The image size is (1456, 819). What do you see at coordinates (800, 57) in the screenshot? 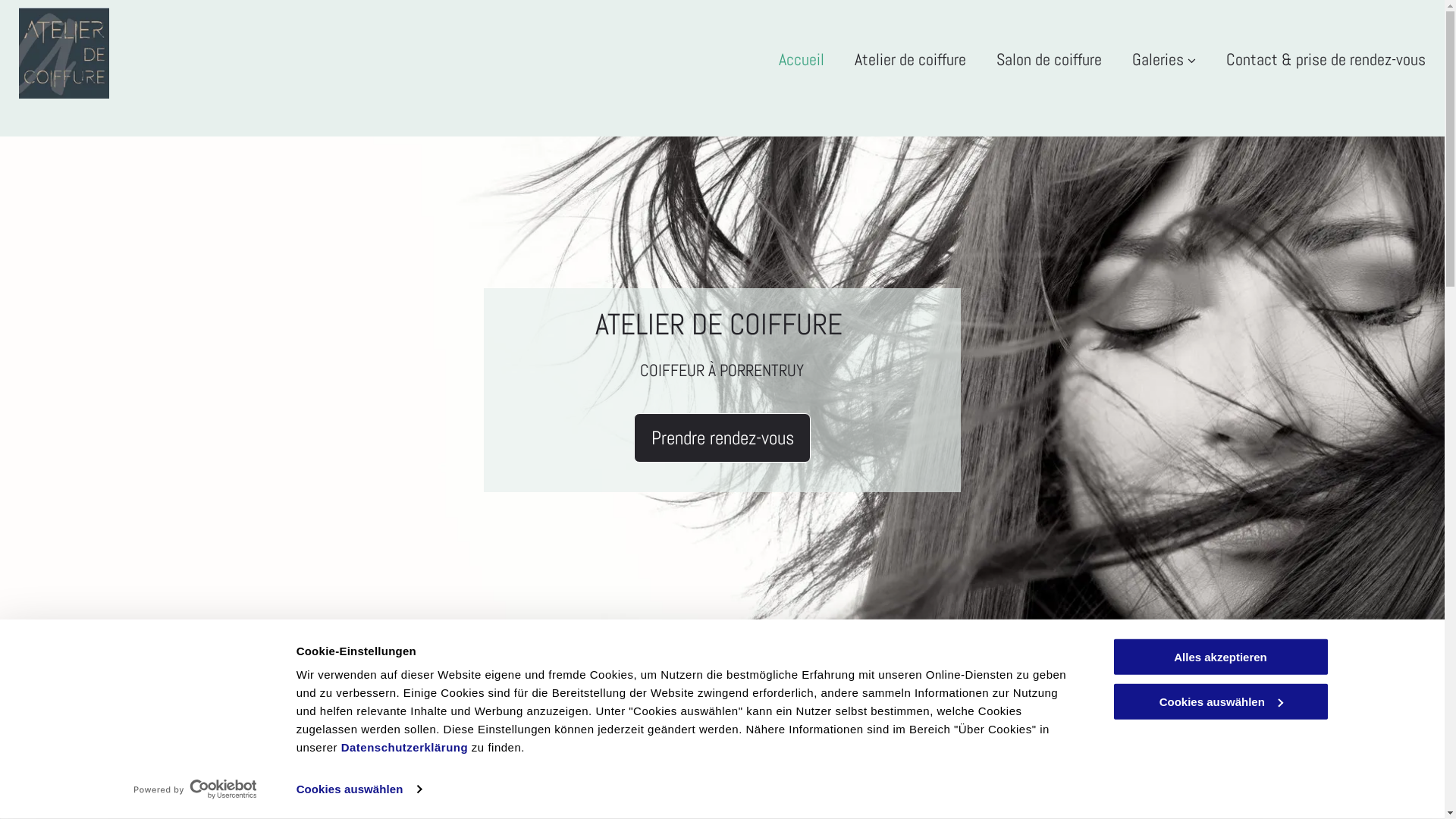
I see `'Accueil'` at bounding box center [800, 57].